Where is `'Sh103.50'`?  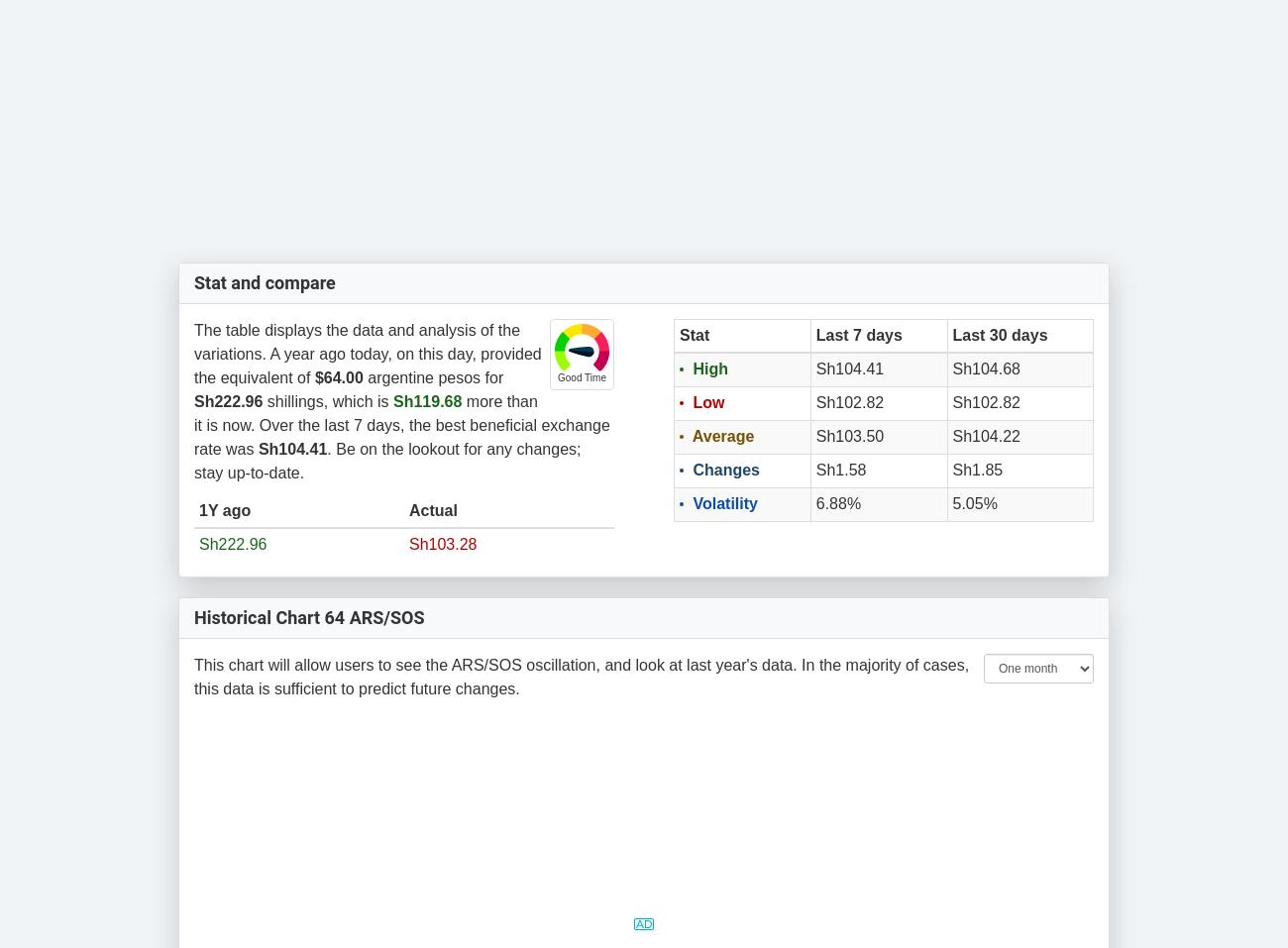 'Sh103.50' is located at coordinates (815, 435).